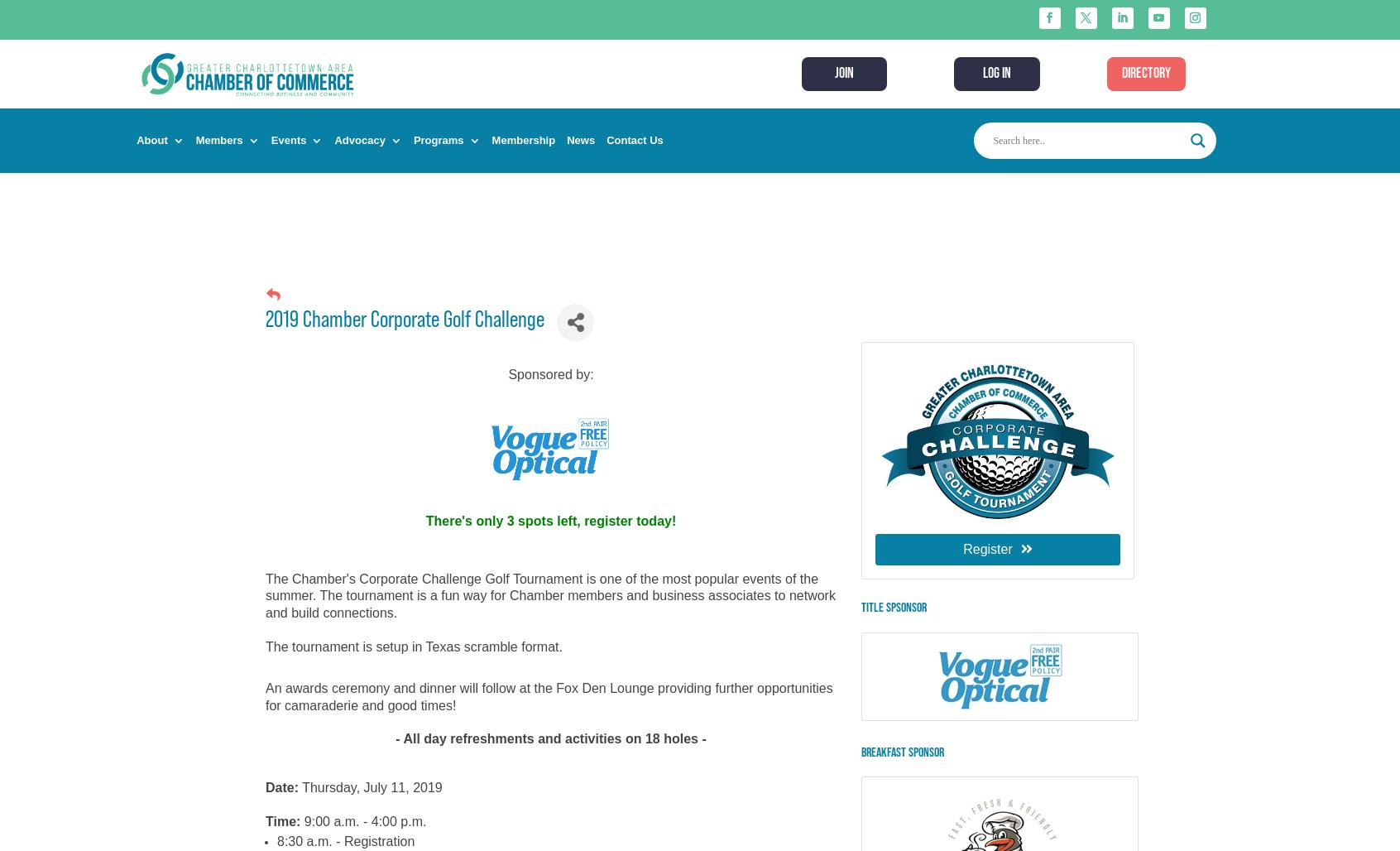 The image size is (1400, 851). Describe the element at coordinates (287, 140) in the screenshot. I see `'Events'` at that location.